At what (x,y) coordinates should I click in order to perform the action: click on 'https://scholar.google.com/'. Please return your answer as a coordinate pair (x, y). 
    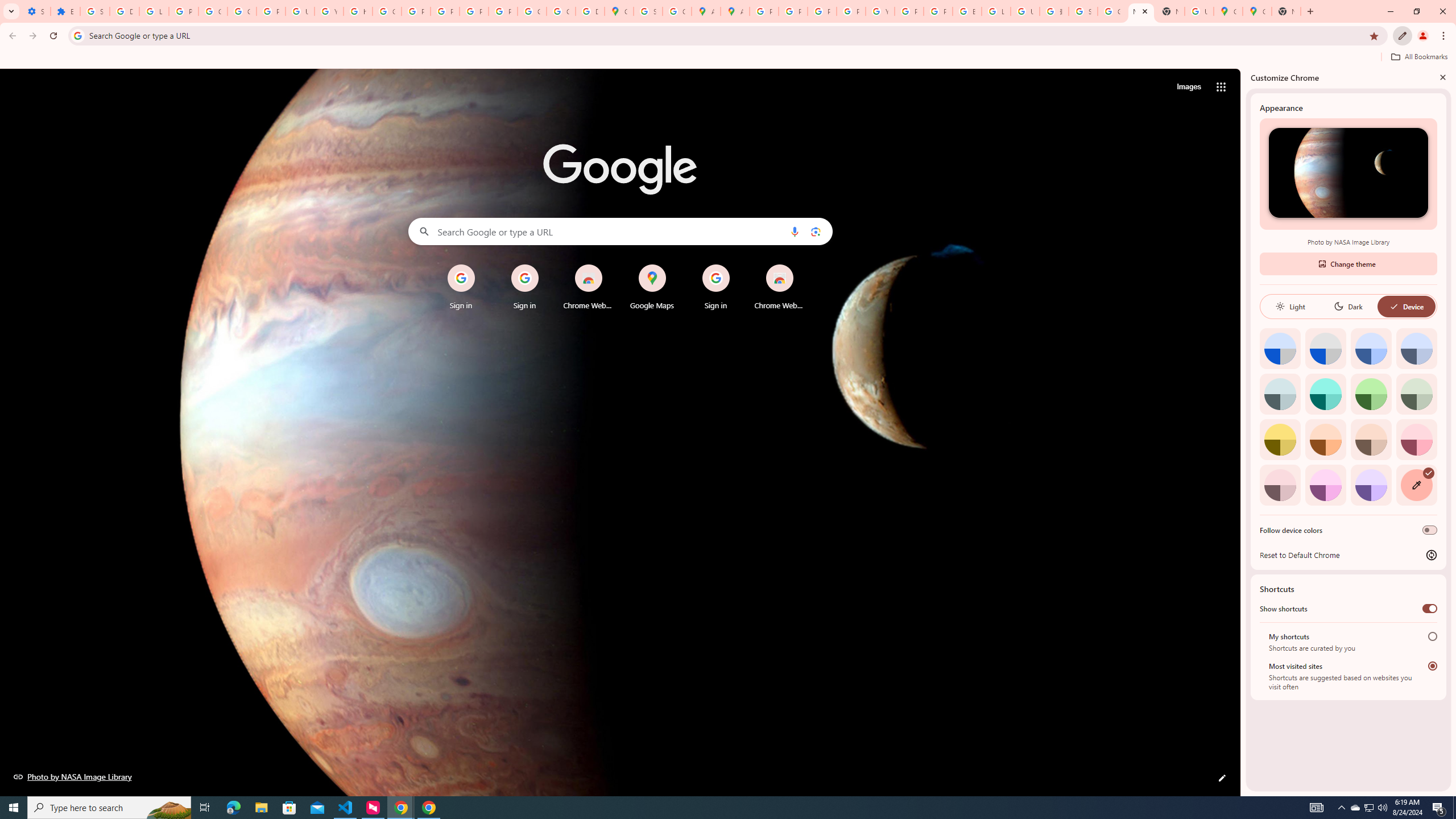
    Looking at the image, I should click on (357, 11).